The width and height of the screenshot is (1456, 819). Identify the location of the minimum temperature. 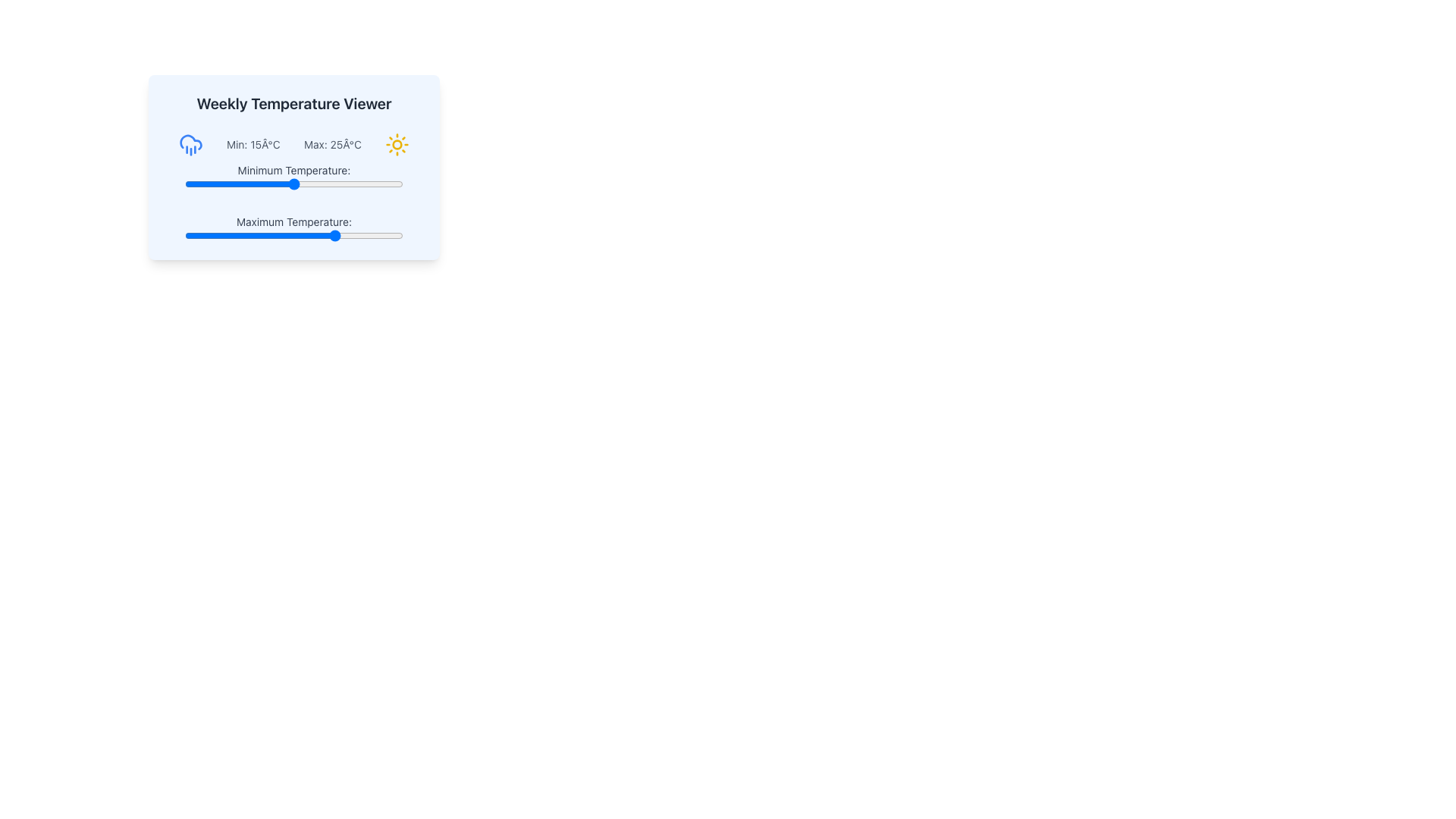
(263, 184).